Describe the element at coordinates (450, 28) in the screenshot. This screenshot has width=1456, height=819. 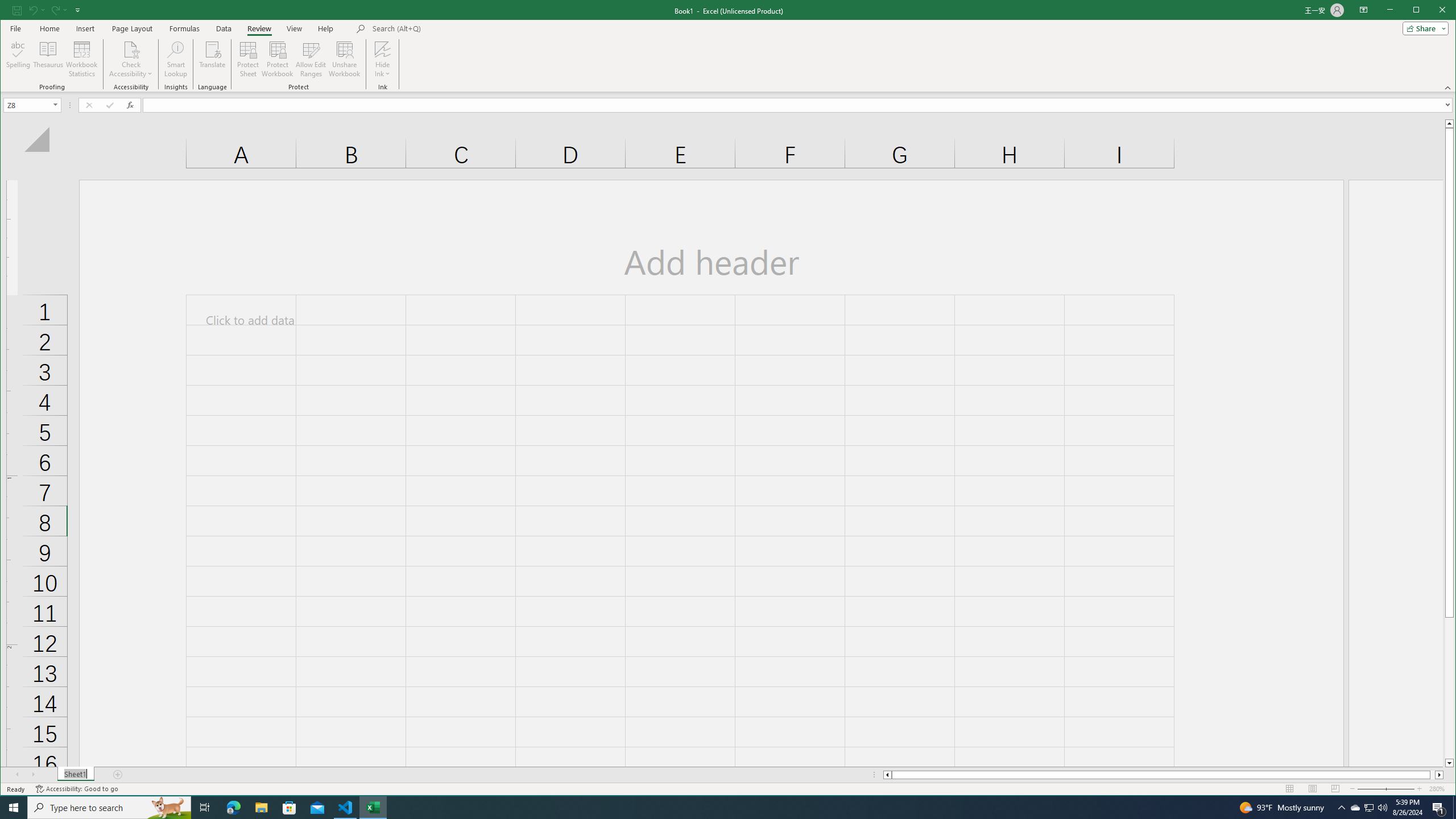
I see `'Microsoft search'` at that location.